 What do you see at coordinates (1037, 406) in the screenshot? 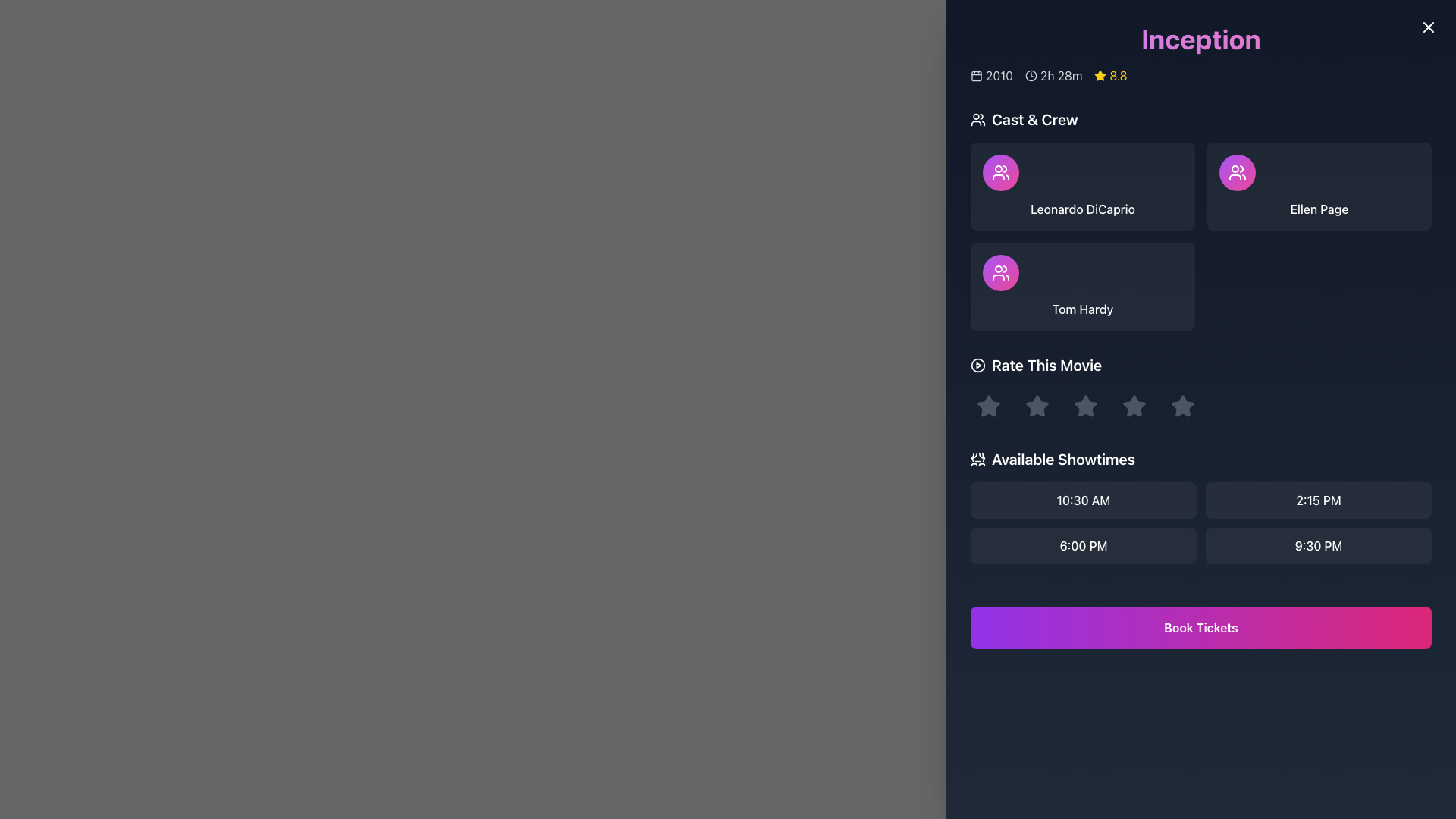
I see `the second star in the five-star rating system` at bounding box center [1037, 406].